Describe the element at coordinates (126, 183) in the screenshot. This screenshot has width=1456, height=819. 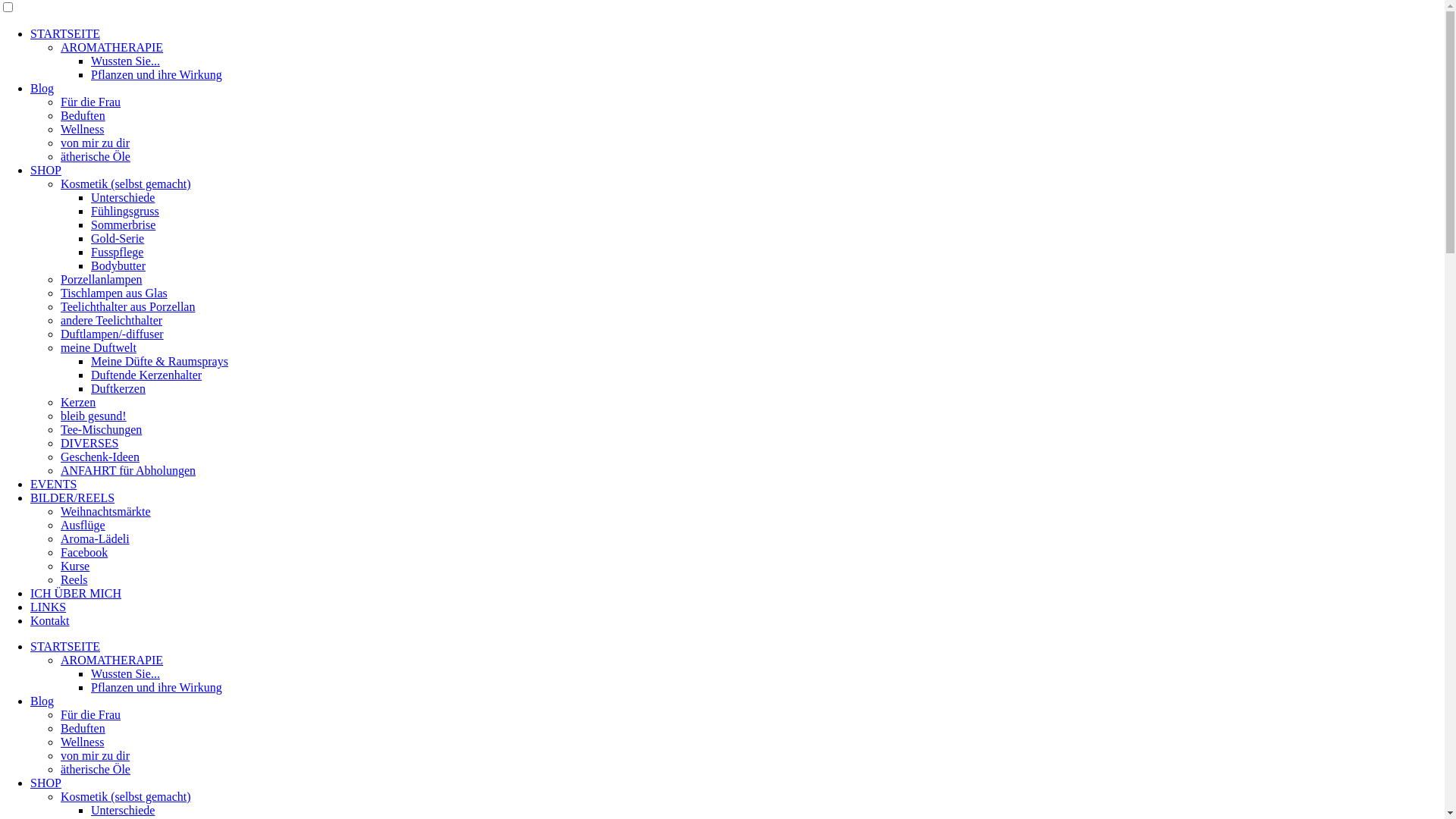
I see `'Kosmetik (selbst gemacht)'` at that location.